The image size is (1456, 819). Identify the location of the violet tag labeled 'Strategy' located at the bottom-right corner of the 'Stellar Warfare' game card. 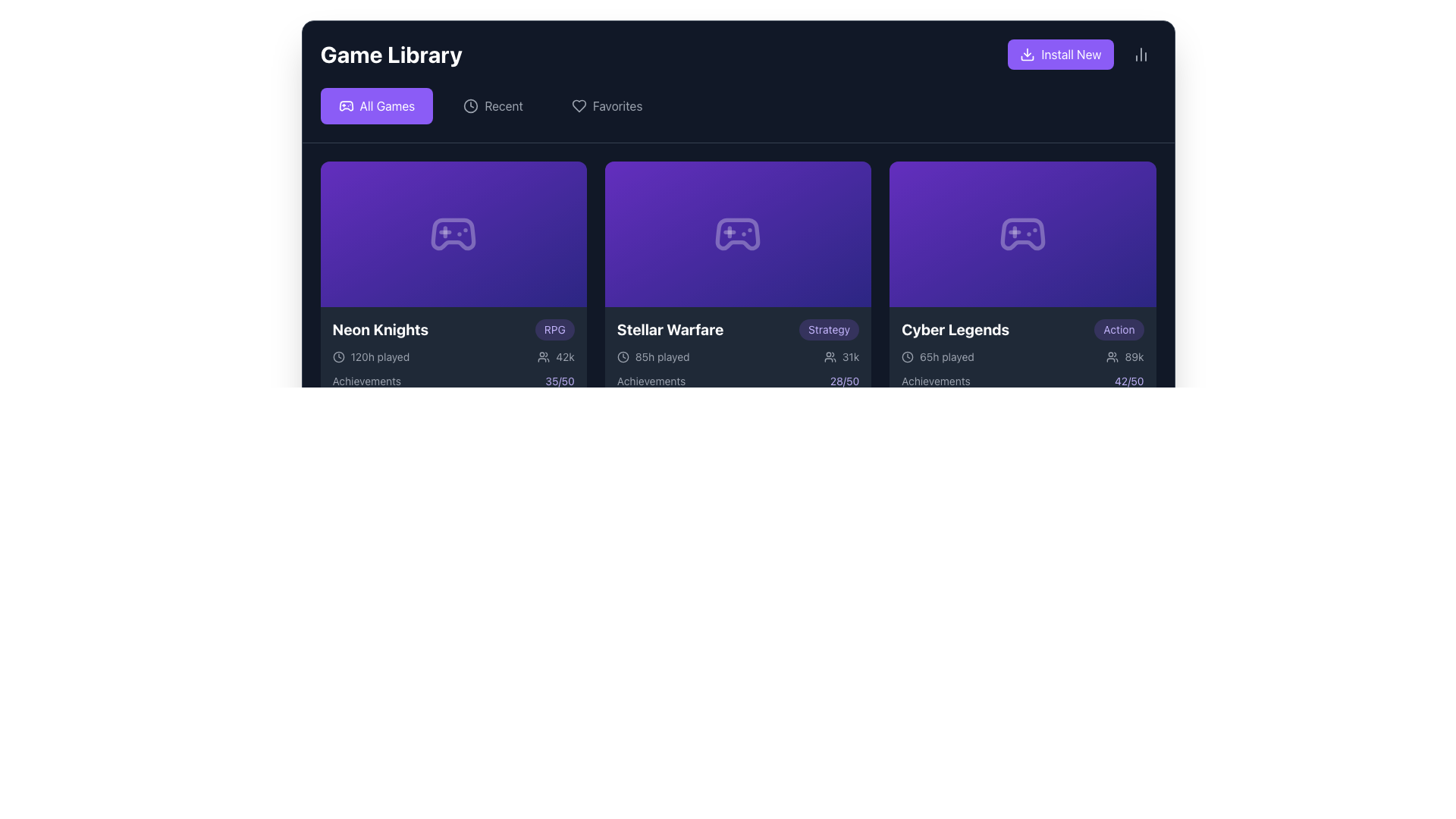
(828, 329).